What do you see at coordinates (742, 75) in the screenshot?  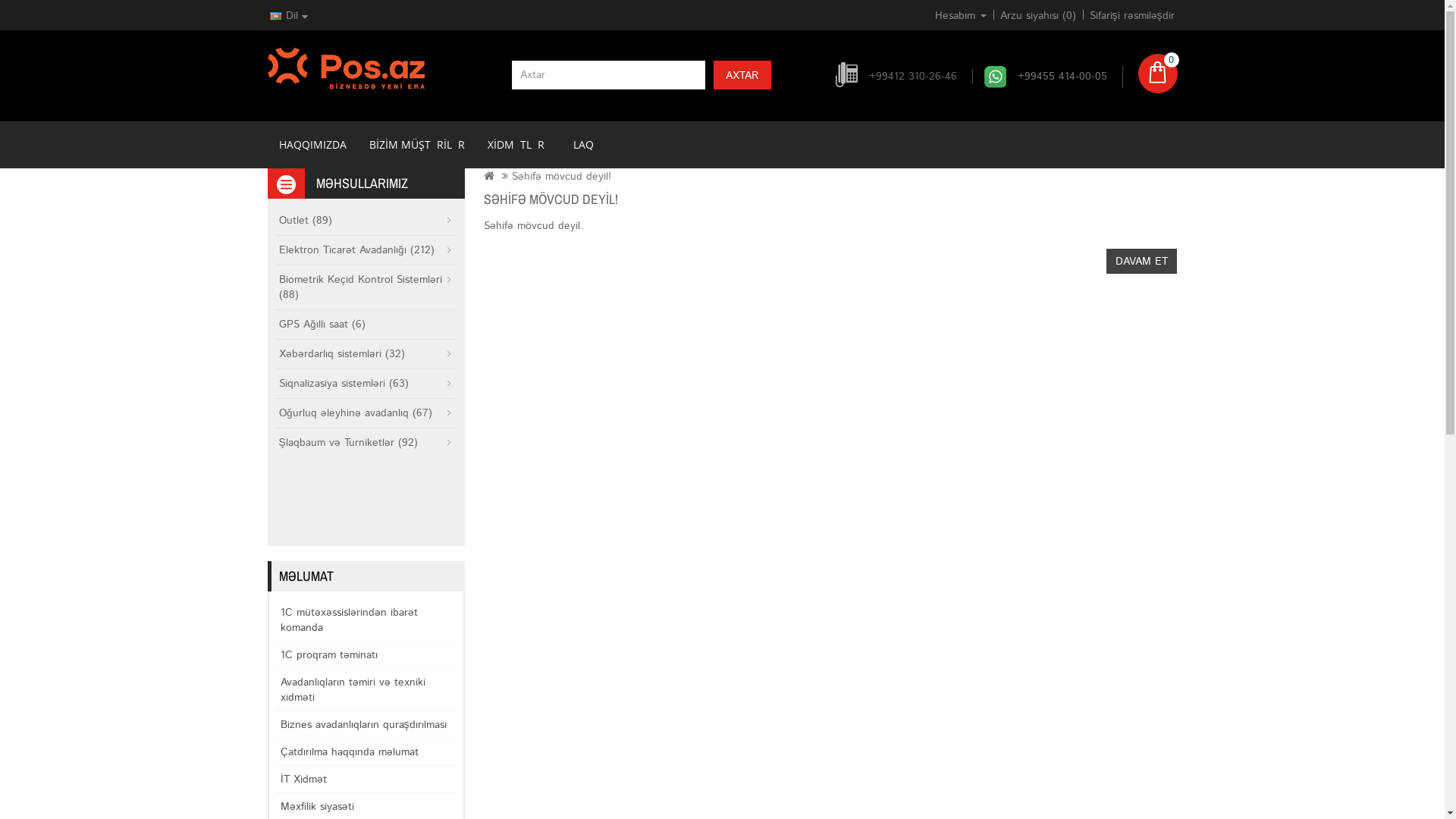 I see `'AXTAR'` at bounding box center [742, 75].